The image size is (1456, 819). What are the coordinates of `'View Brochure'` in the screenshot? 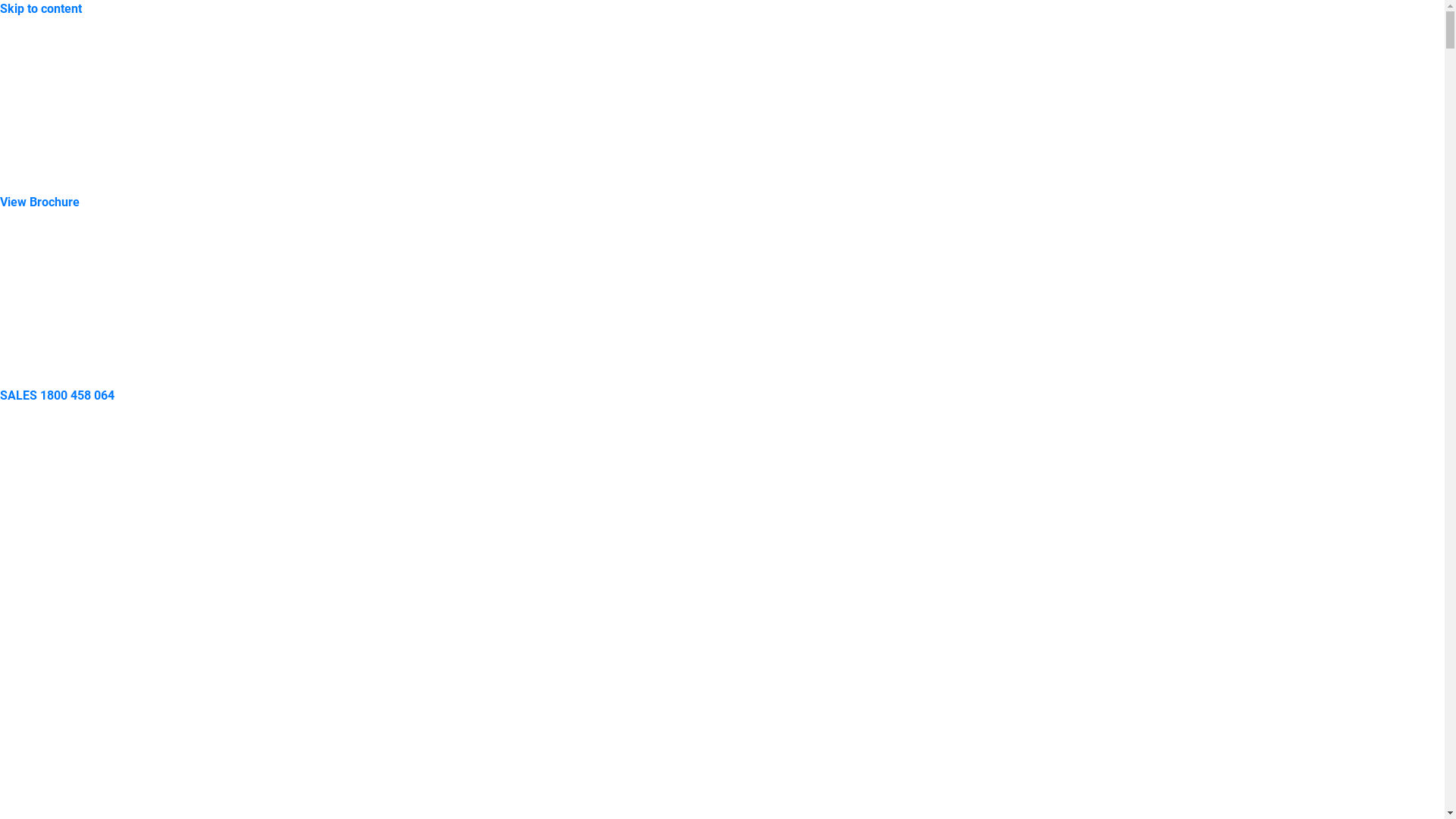 It's located at (39, 201).